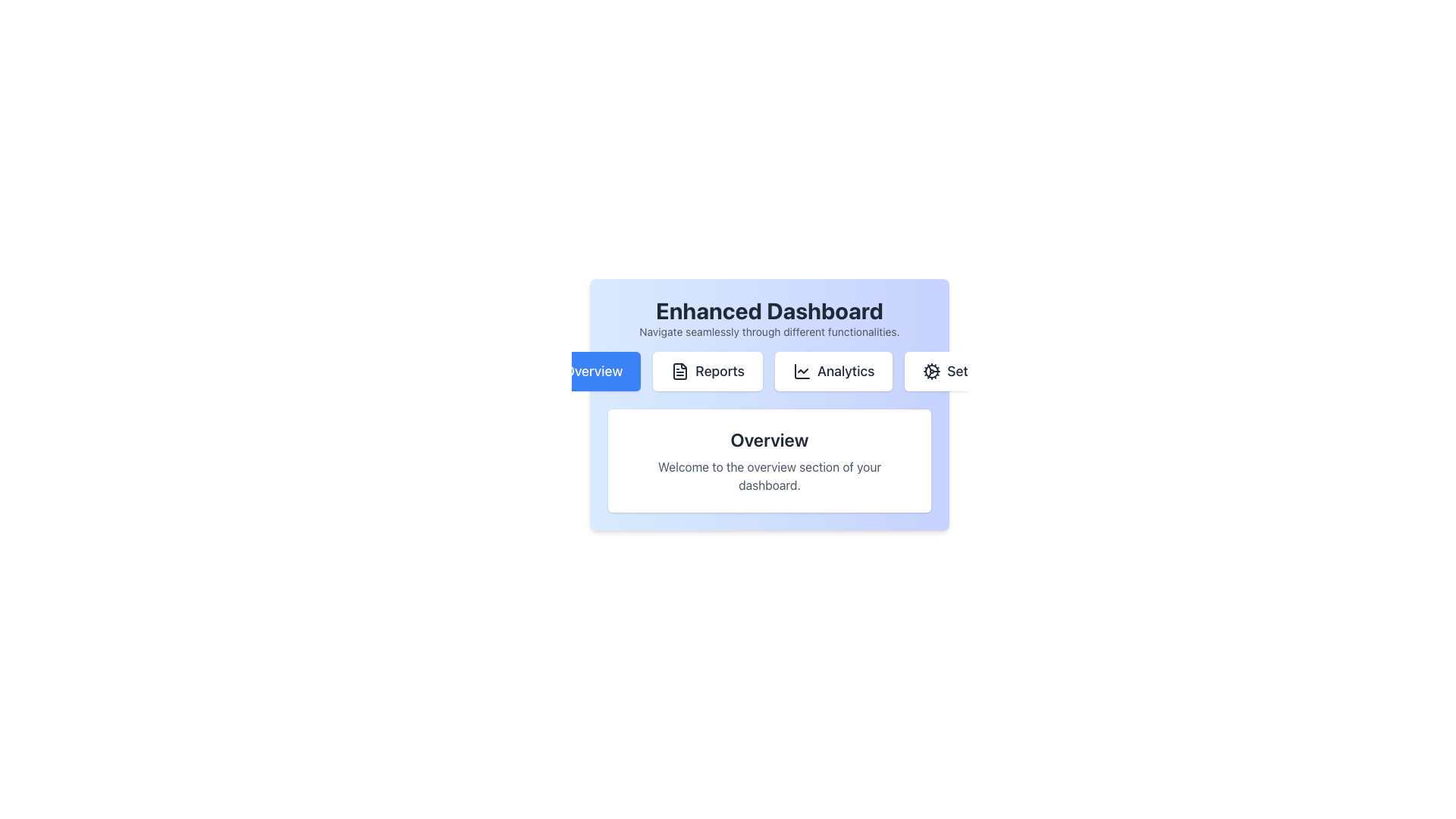  I want to click on the static text that provides a welcoming message and contextual information for the overview section of the dashboard, located below the title 'Overview', so click(769, 475).